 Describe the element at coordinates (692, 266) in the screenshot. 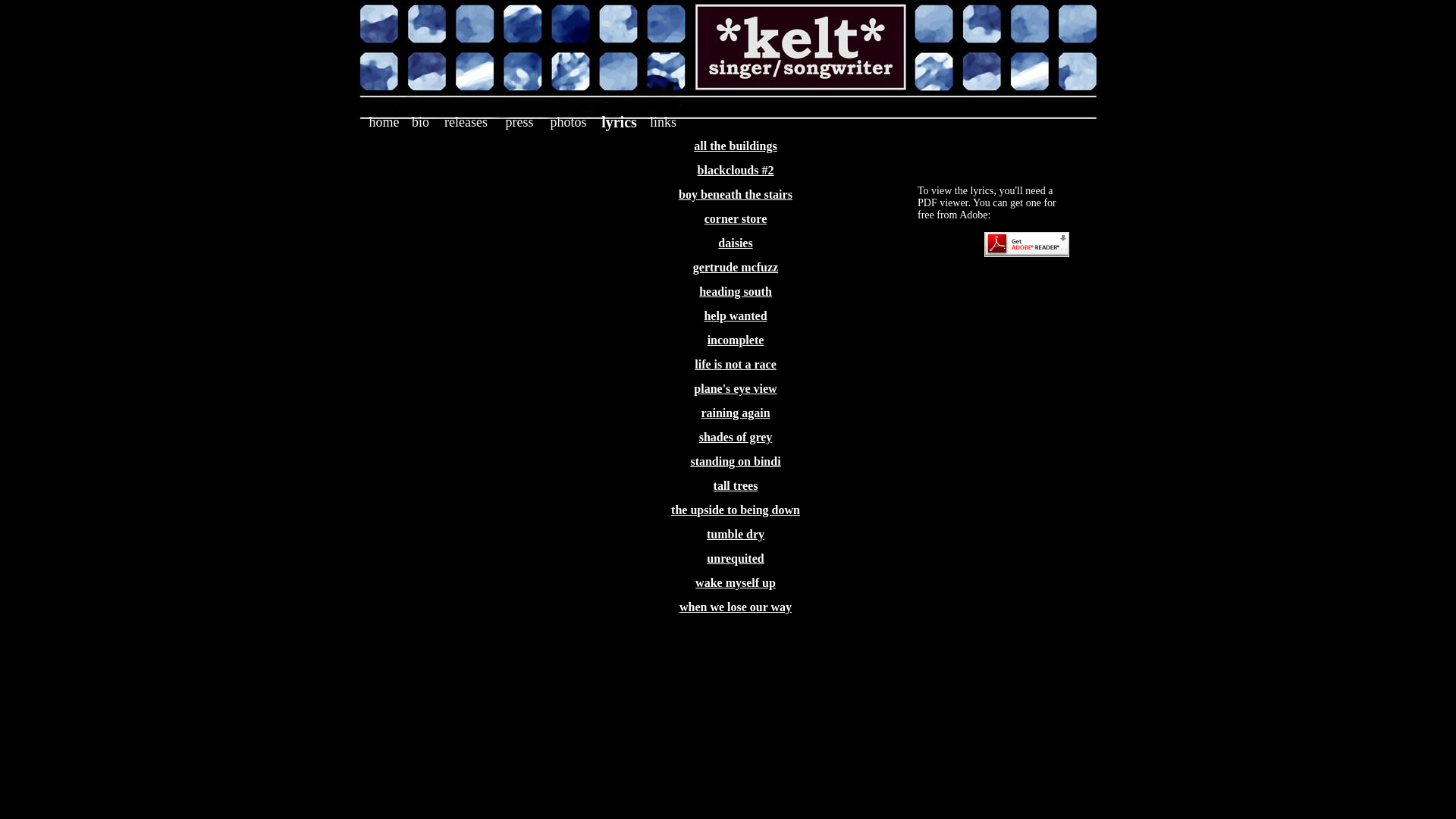

I see `'gertrude mcfuzz'` at that location.